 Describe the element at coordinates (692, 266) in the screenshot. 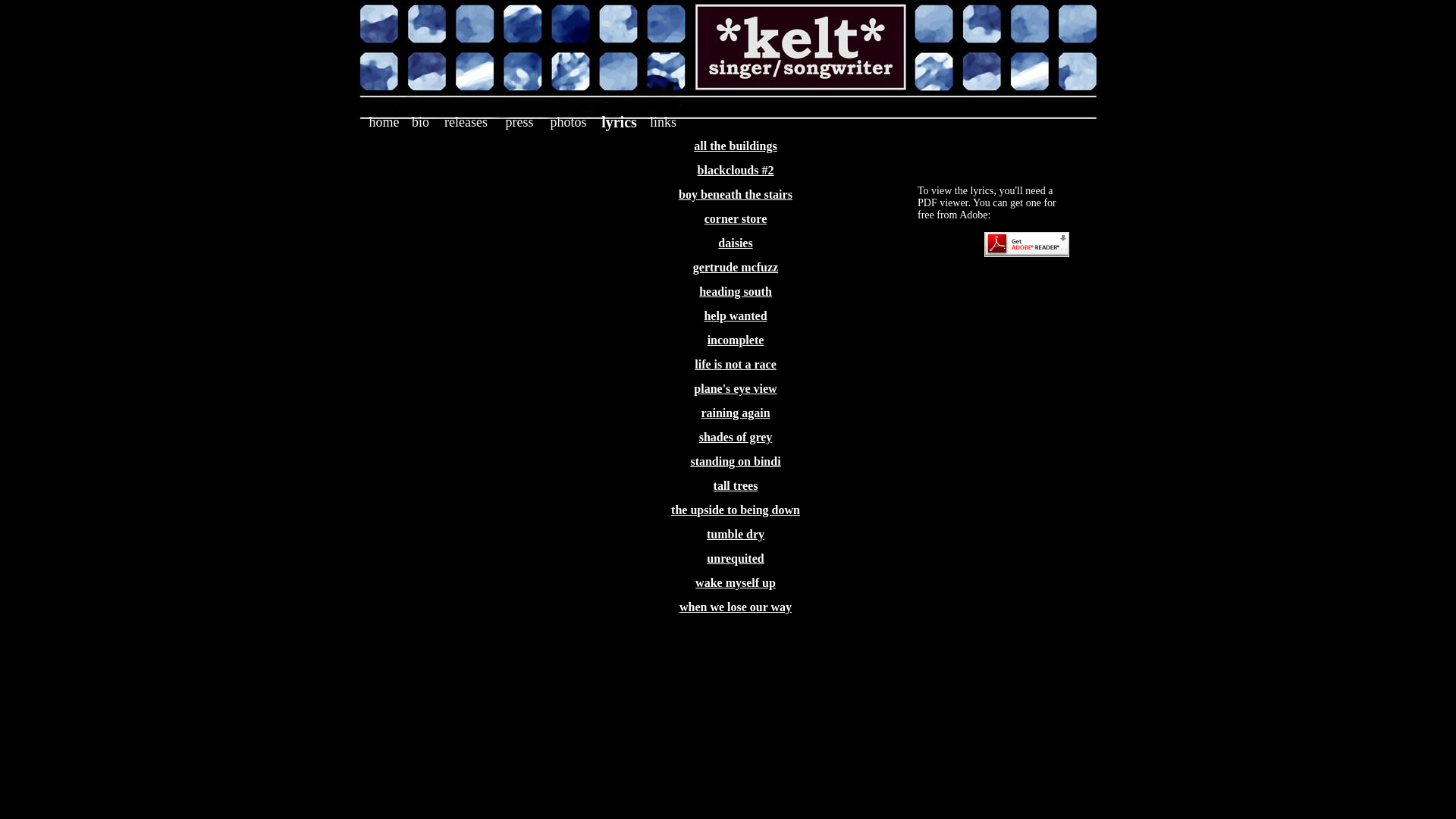

I see `'gertrude mcfuzz'` at that location.